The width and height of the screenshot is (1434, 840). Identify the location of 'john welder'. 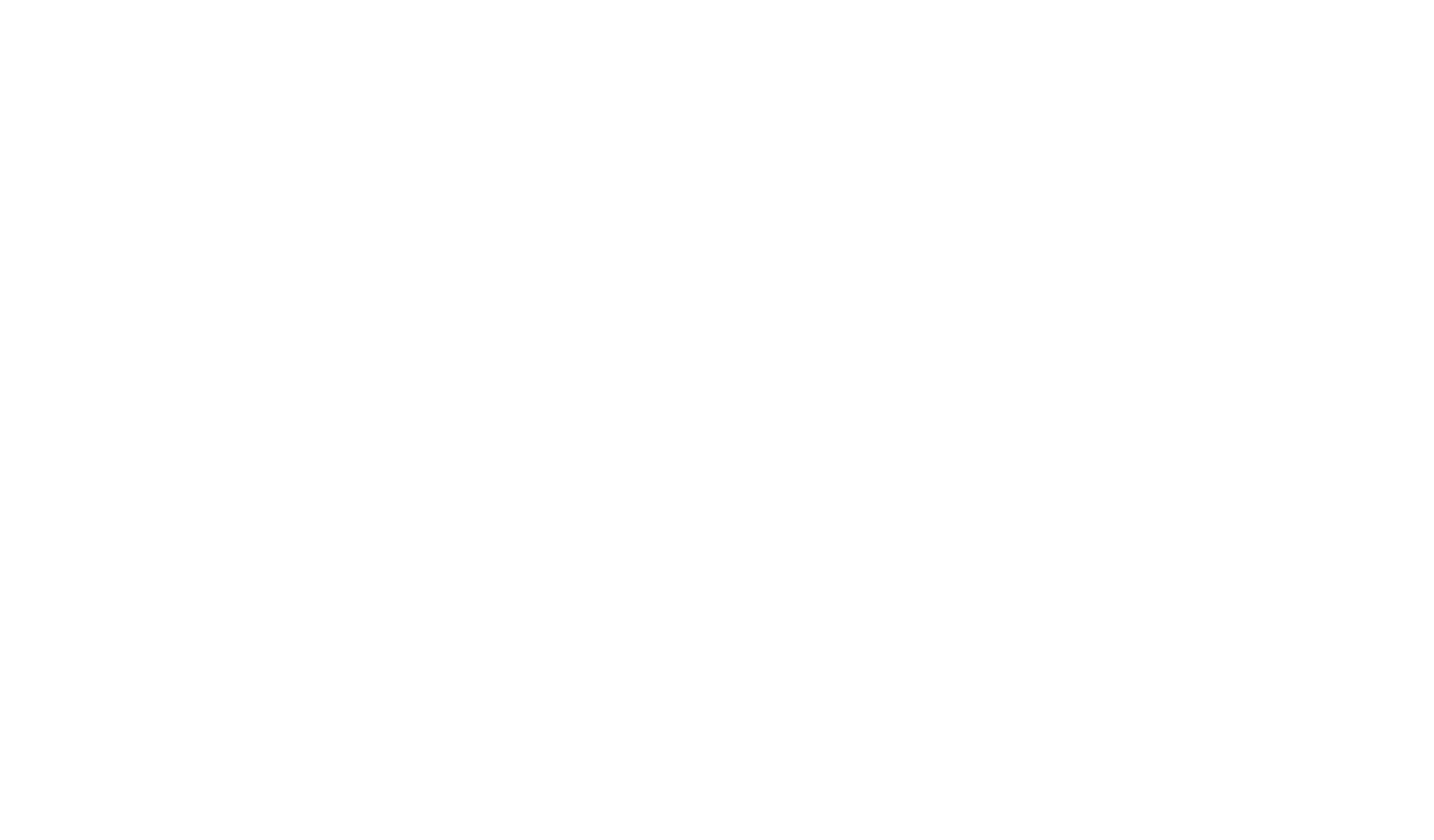
(250, 383).